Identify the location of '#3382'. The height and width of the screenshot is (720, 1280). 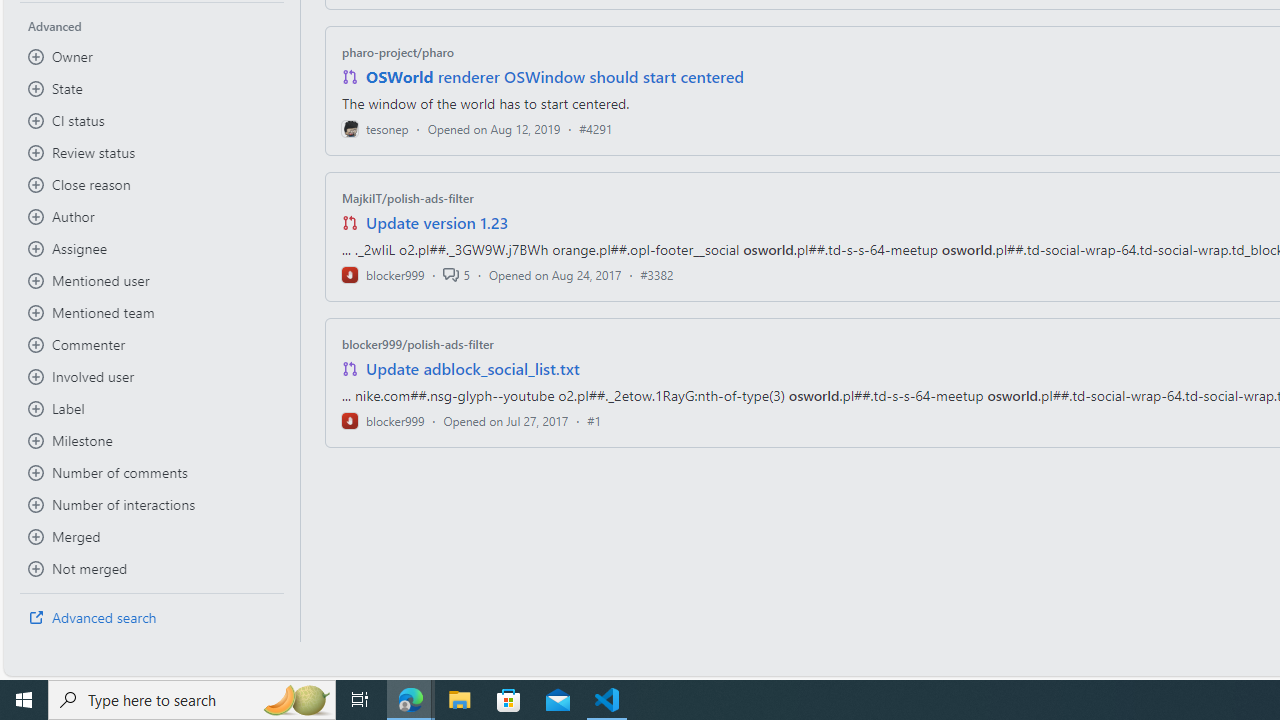
(657, 274).